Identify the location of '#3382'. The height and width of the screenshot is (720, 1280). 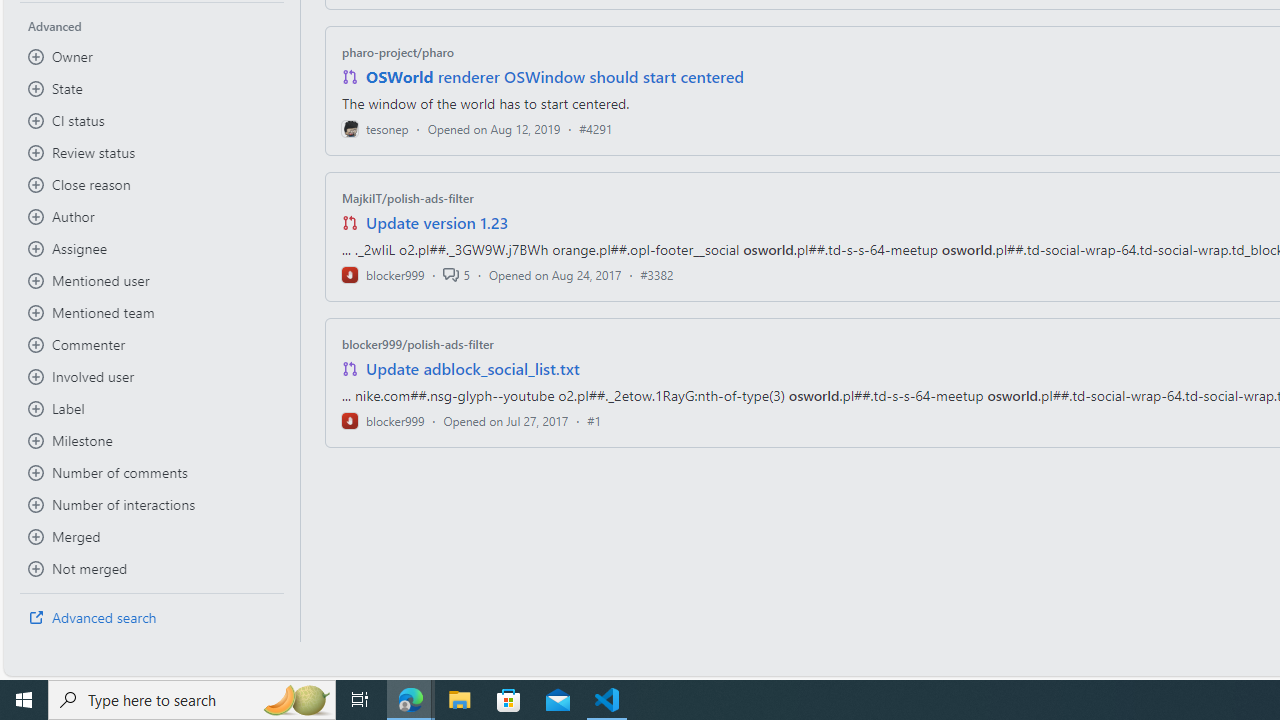
(657, 274).